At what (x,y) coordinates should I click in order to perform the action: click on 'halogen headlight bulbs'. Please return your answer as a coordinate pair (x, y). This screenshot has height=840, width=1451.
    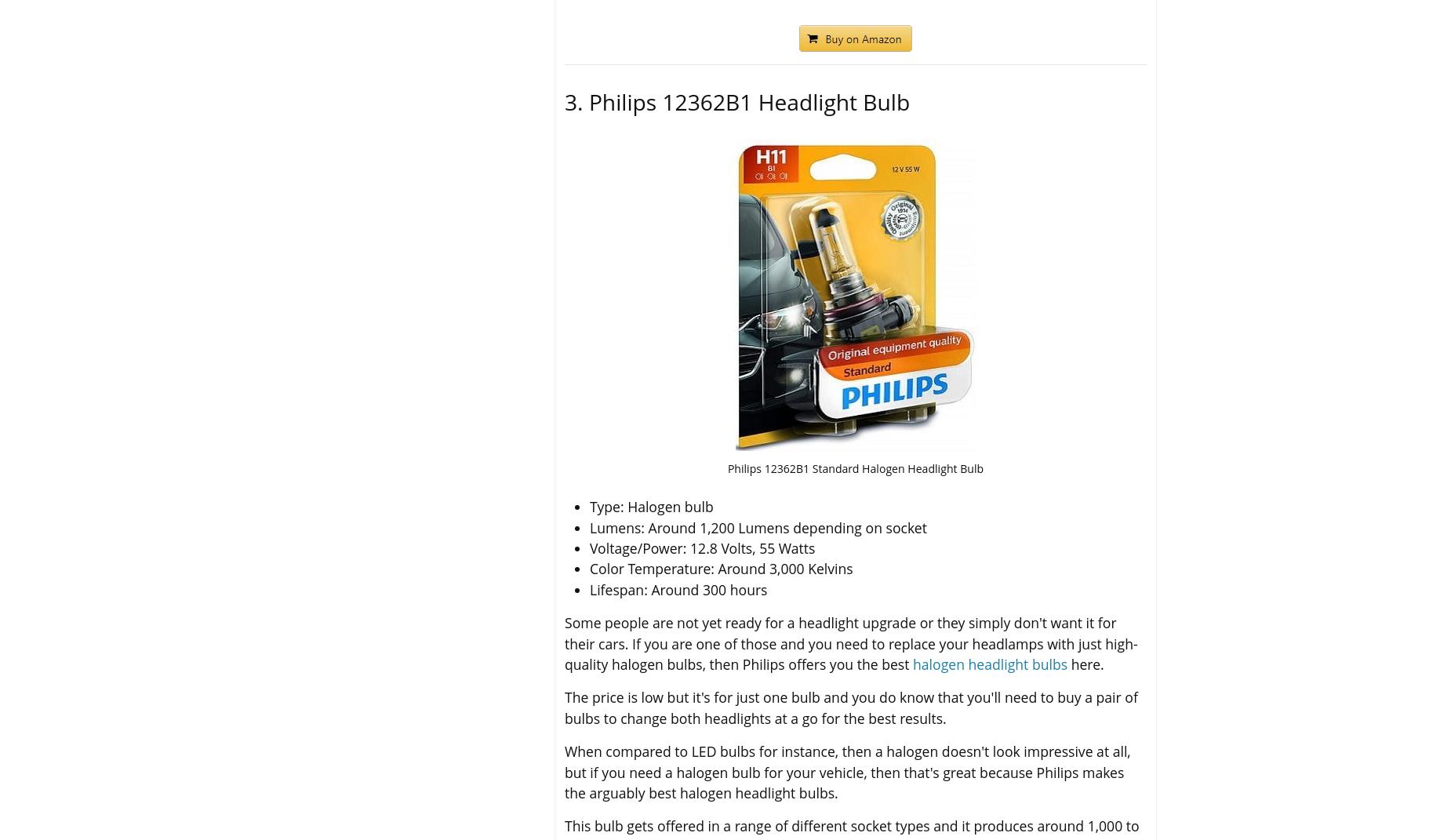
    Looking at the image, I should click on (989, 664).